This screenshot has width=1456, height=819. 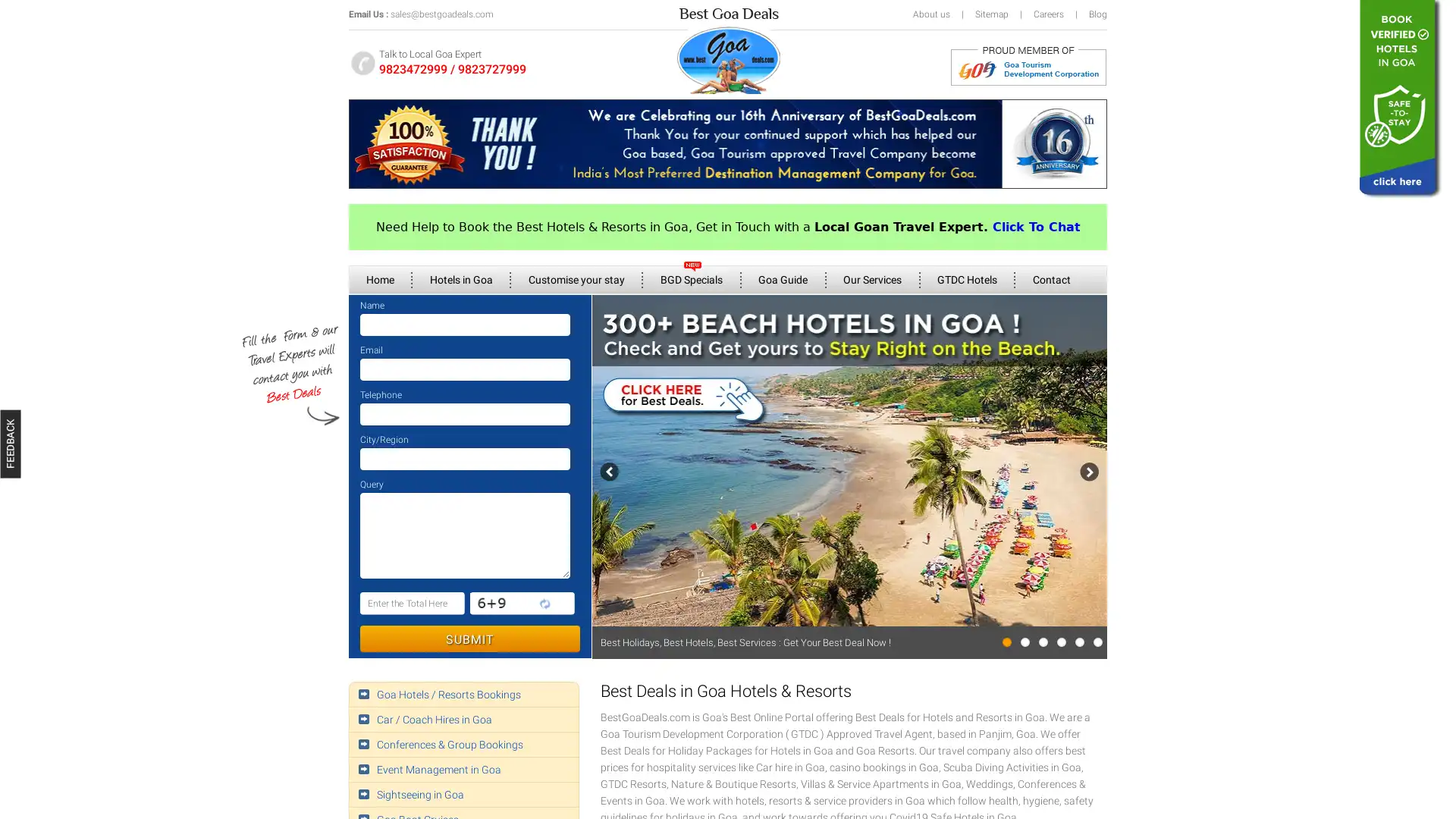 I want to click on SUBMIT, so click(x=469, y=639).